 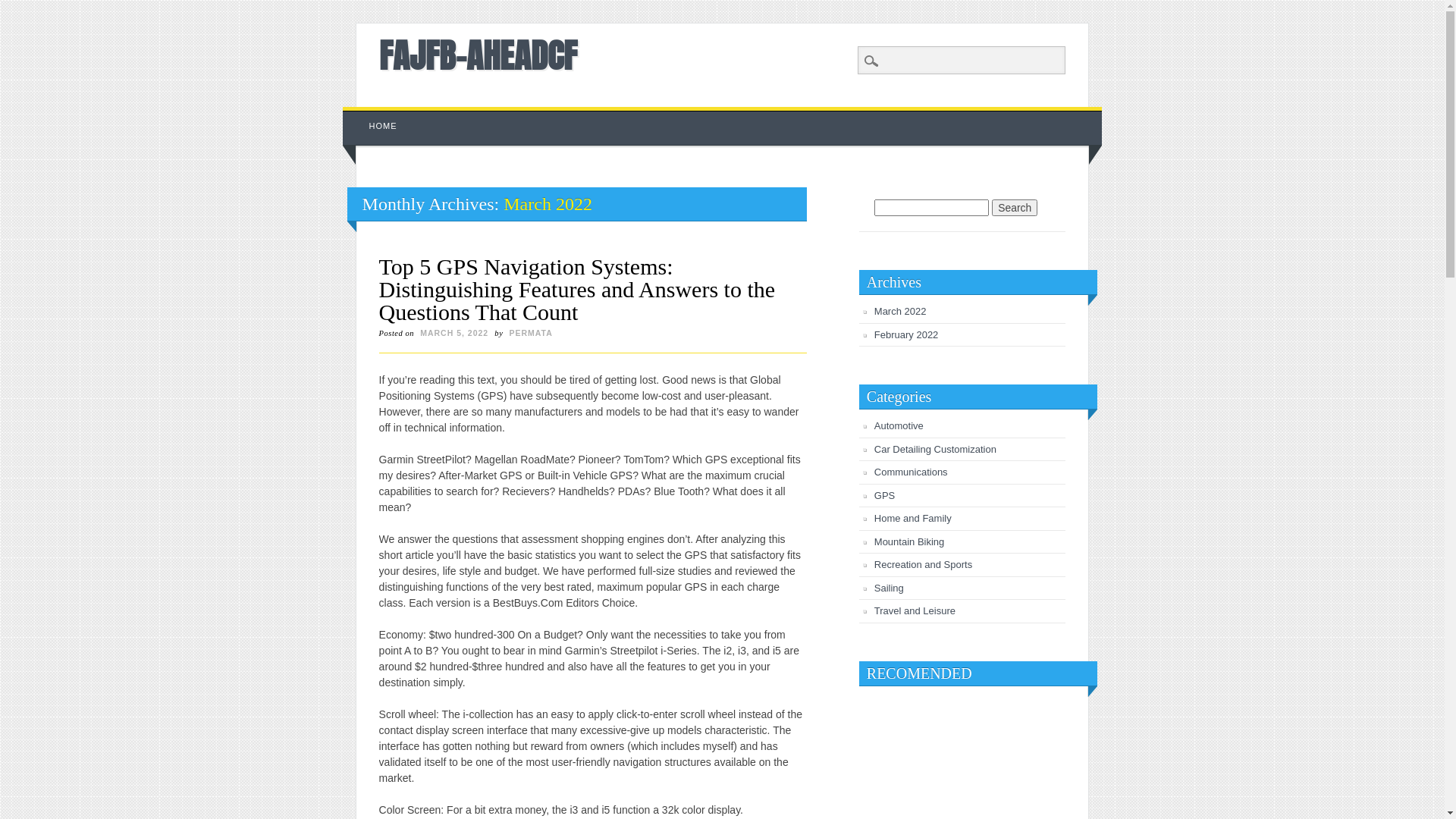 I want to click on 'Search', so click(x=22, y=8).